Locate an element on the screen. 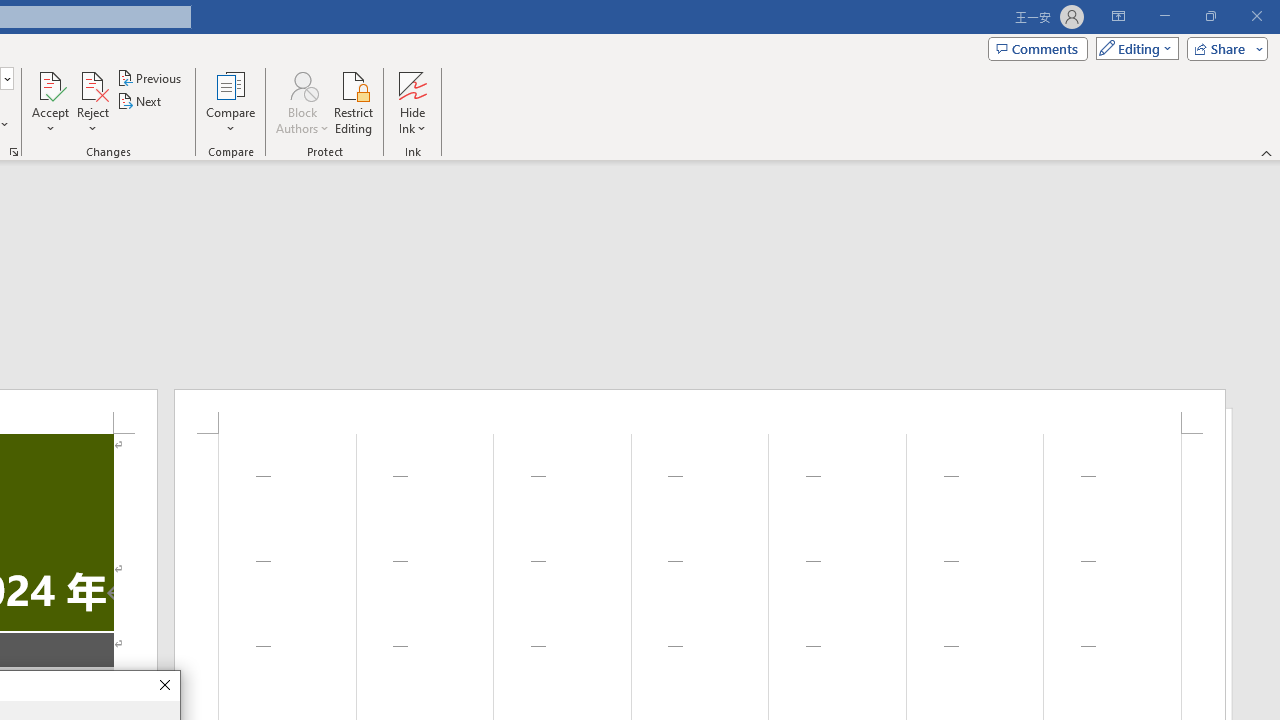 The image size is (1280, 720). 'Accept and Move to Next' is located at coordinates (50, 84).